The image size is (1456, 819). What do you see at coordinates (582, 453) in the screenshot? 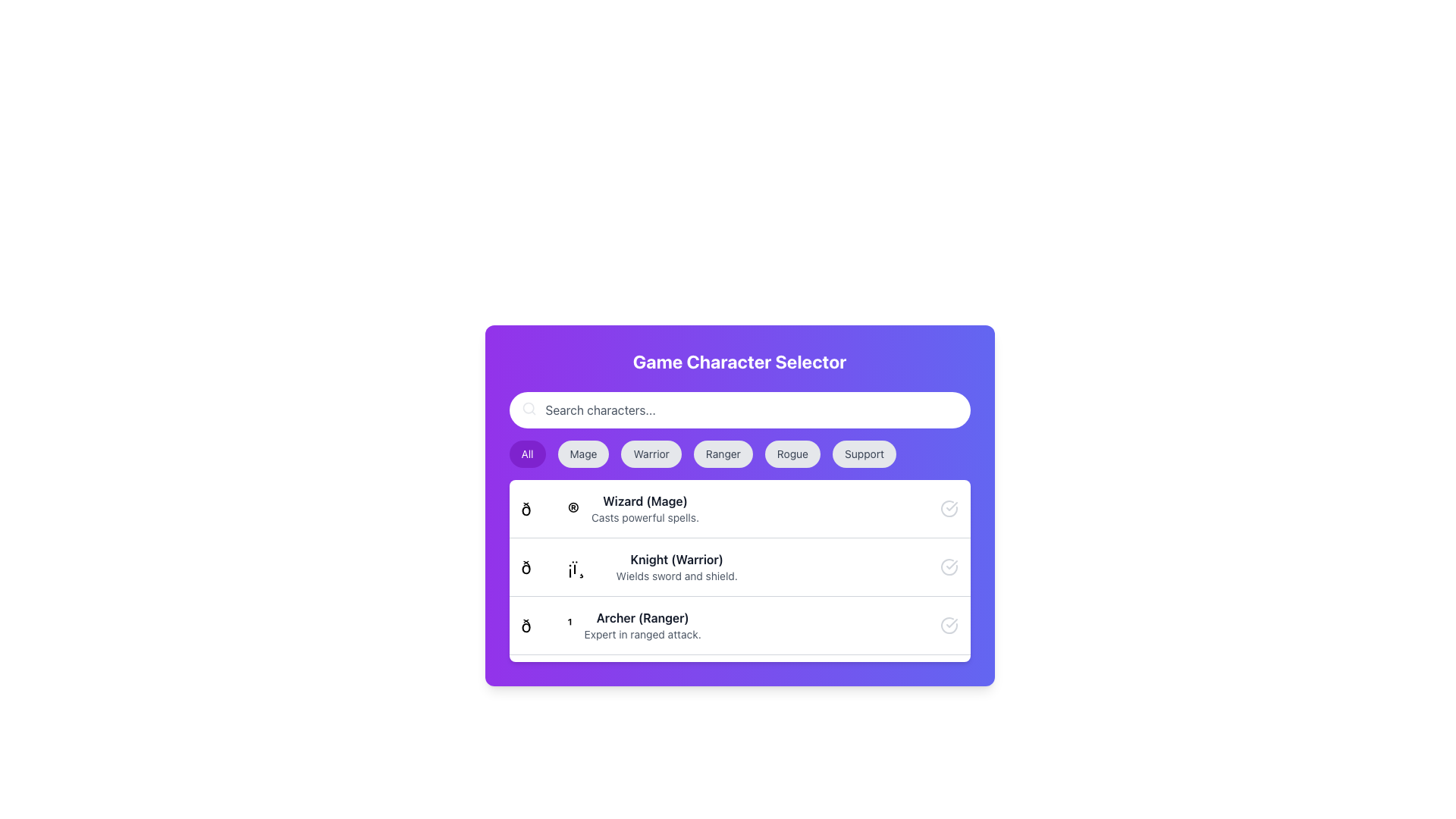
I see `the 'Mage' category selector button` at bounding box center [582, 453].